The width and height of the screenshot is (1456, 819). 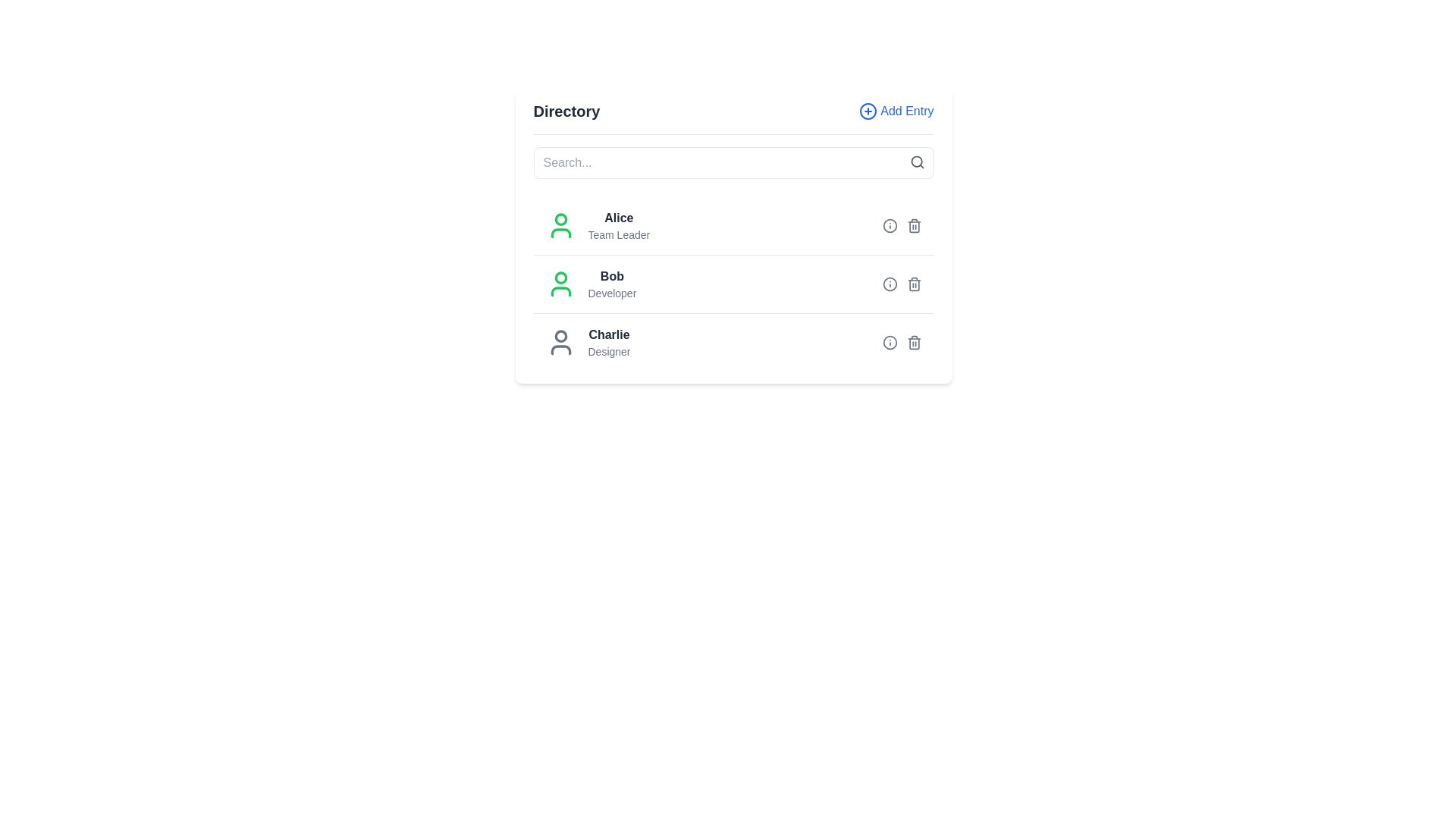 I want to click on the interactive elements within the Profile entry row that displays 'Bob' as the name and 'Developer' as the title, which is located between the entries for 'Alice - Team Leader' and 'Charlie - Designer', so click(x=733, y=284).